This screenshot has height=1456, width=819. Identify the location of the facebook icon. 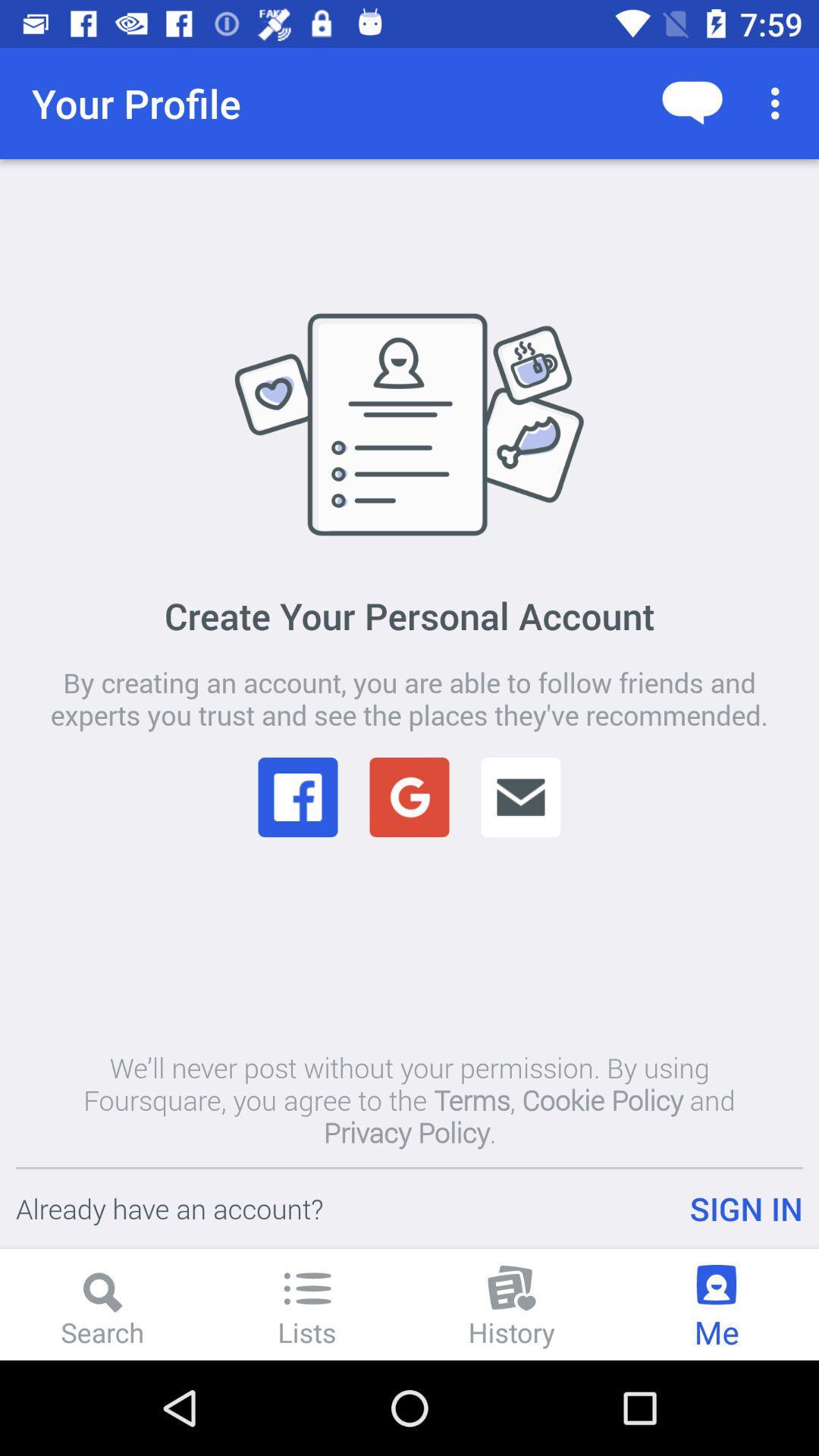
(298, 796).